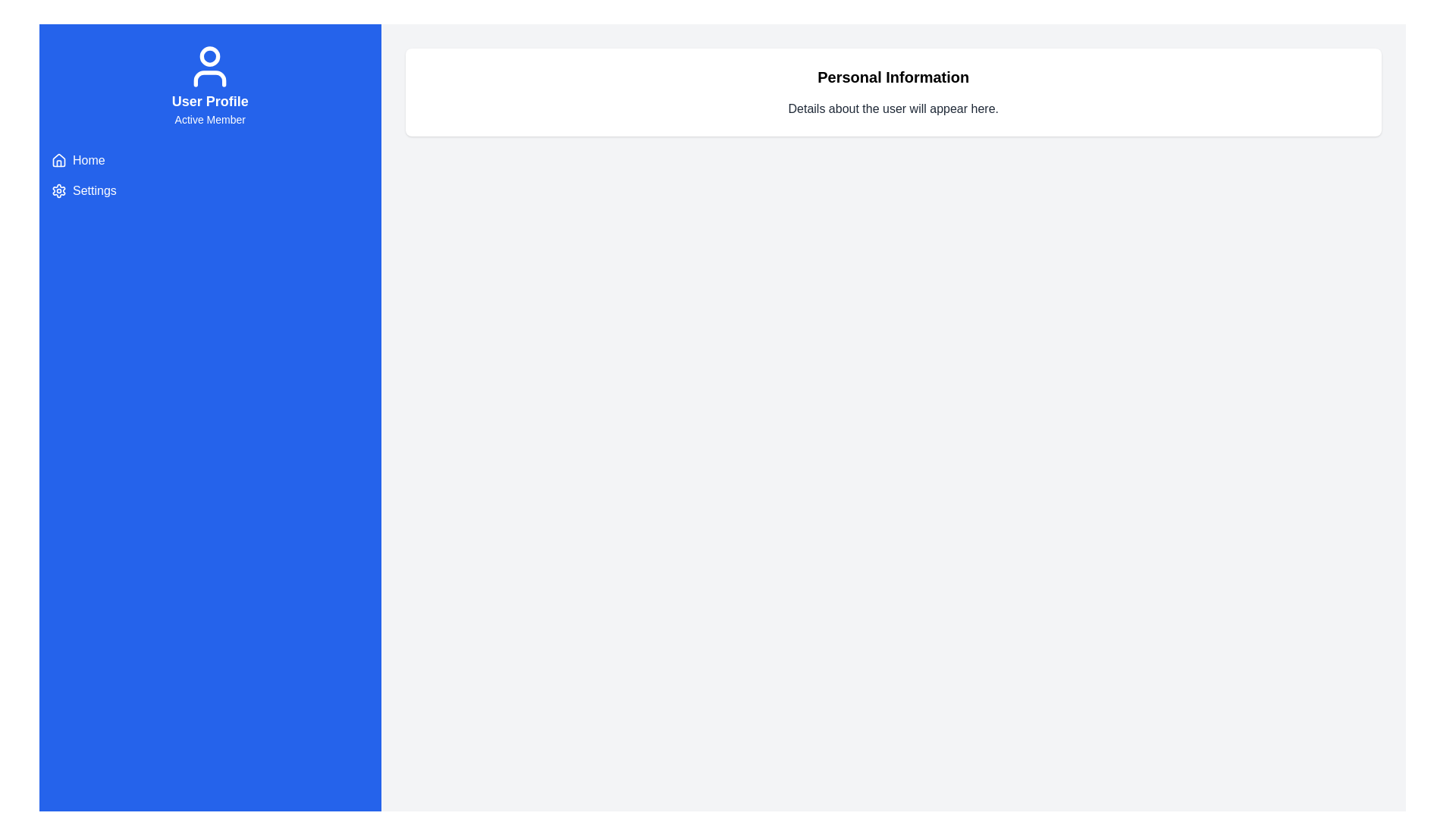 The image size is (1456, 819). Describe the element at coordinates (93, 190) in the screenshot. I see `the 'Settings' hyperlink, which is a text label styled with white text and an underline effect on hover, located in the sidebar beneath the 'Home' link` at that location.